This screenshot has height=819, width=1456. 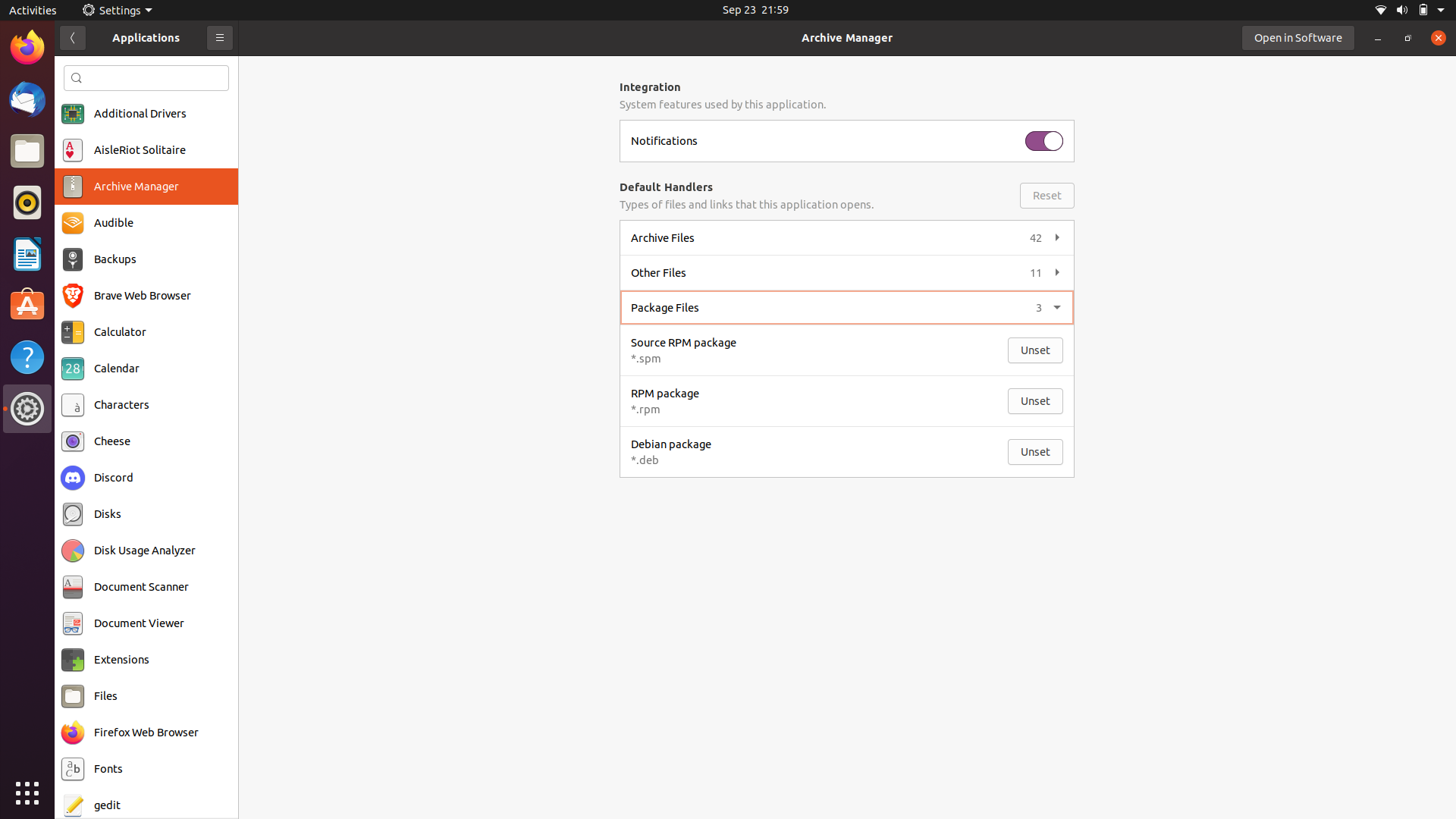 I want to click on Activate unset source rpm package, so click(x=1036, y=350).